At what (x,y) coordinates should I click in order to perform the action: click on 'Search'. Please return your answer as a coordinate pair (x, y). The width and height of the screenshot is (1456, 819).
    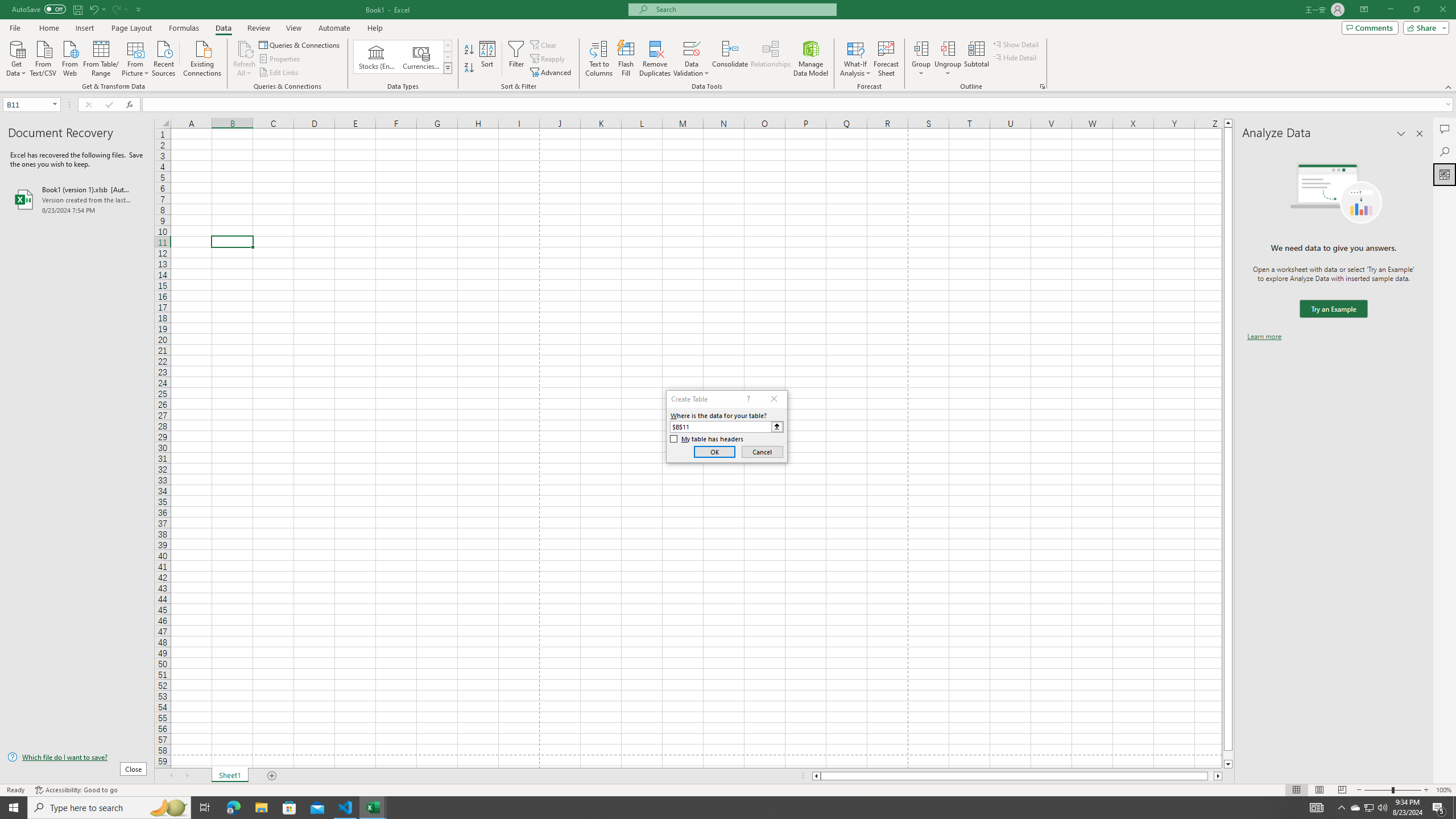
    Looking at the image, I should click on (1444, 152).